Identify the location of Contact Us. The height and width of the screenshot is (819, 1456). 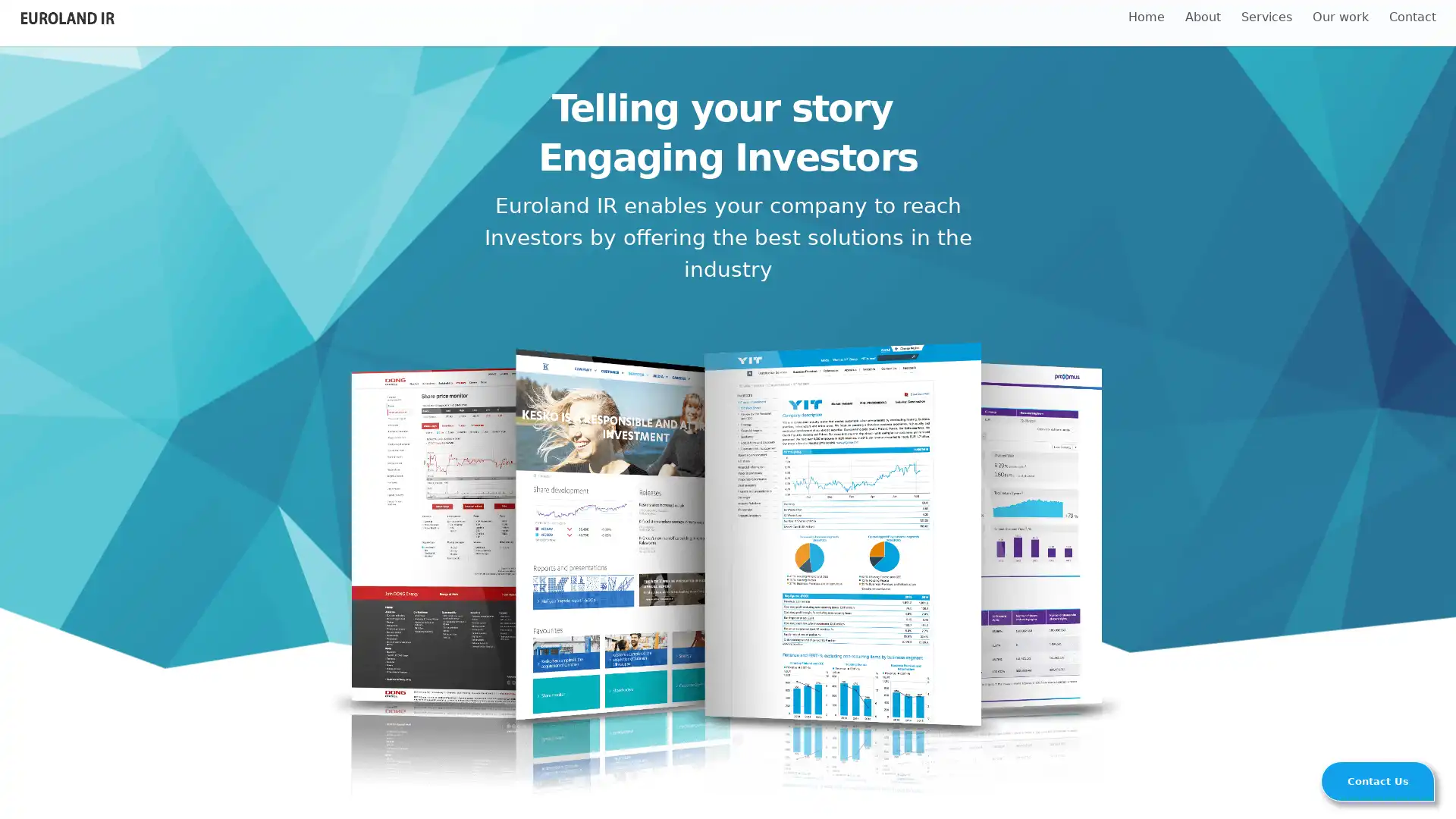
(1378, 780).